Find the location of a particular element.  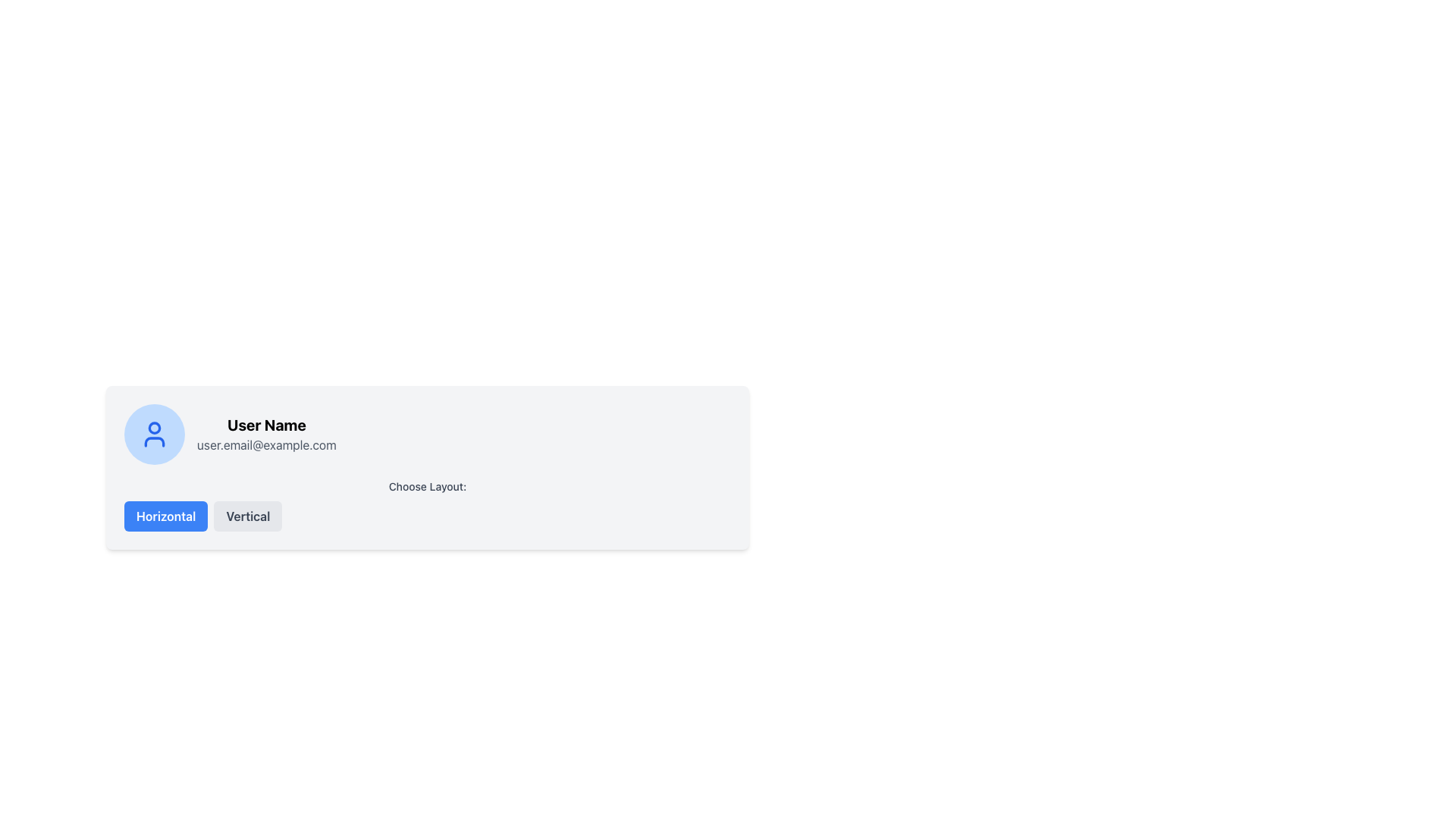

the Text Label displaying the user's name located at the top-left section of the profile card, which is aligned with the user icon and above the email address is located at coordinates (266, 425).